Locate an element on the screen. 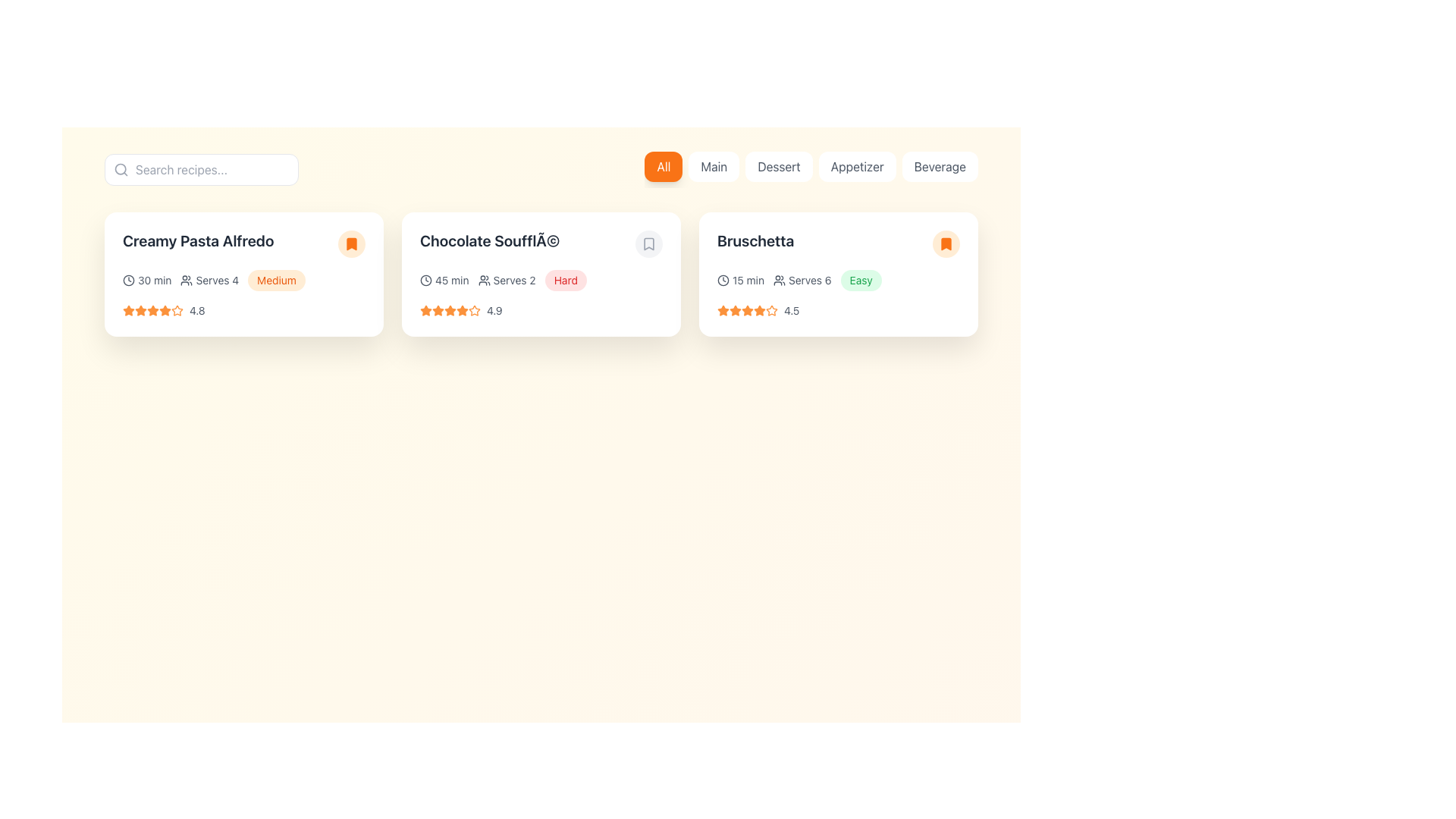 This screenshot has height=819, width=1456. the 'Serves 2' text with icon, which is the second element in a group of three inside a card, located between '45 min' and 'hard' is located at coordinates (507, 281).